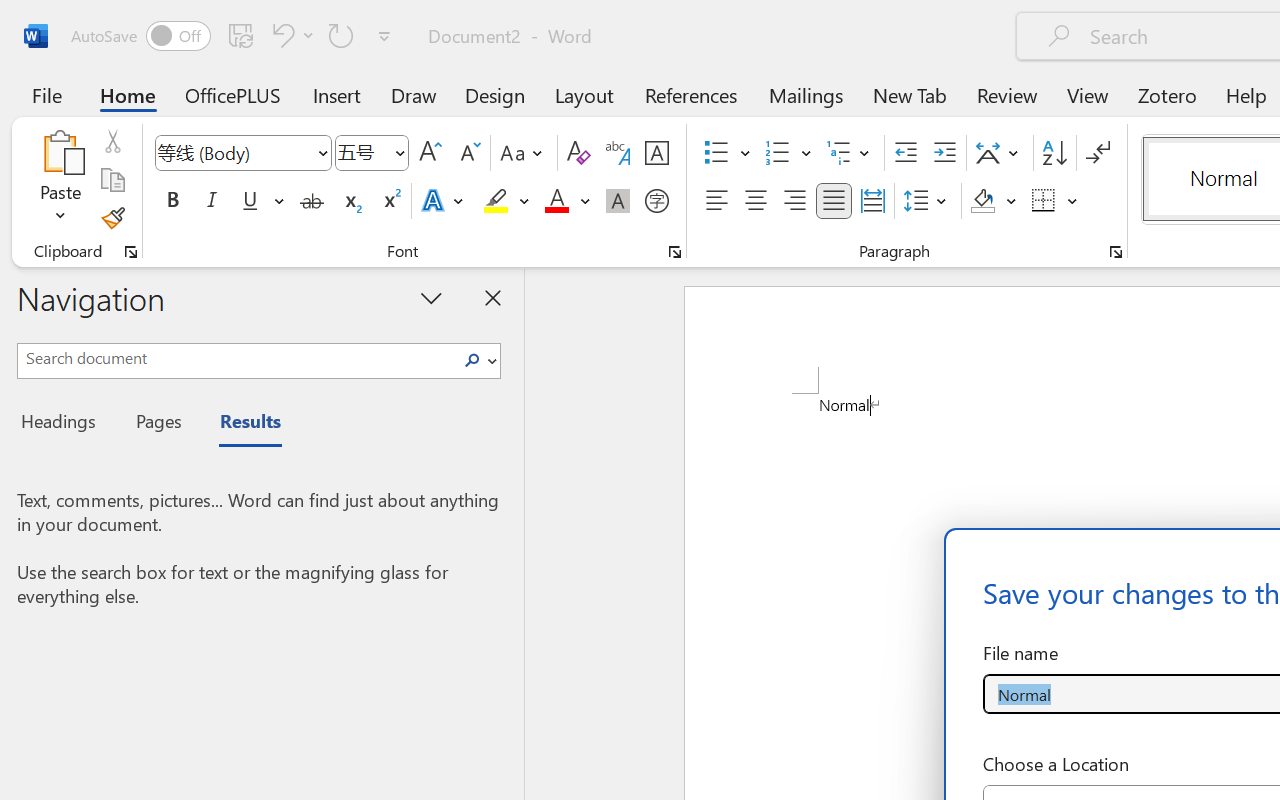  I want to click on 'Insert', so click(337, 94).